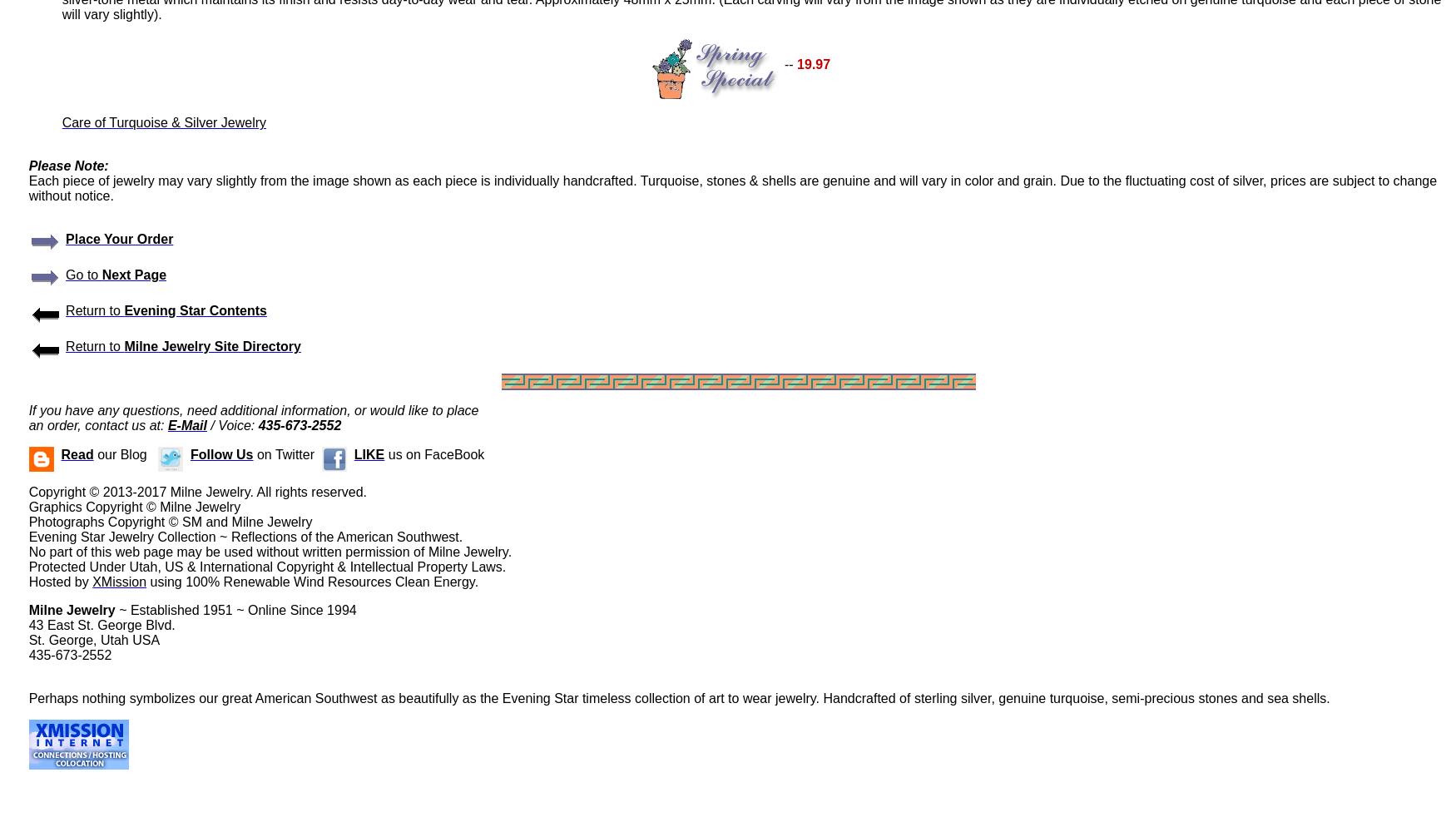 This screenshot has width=1456, height=832. Describe the element at coordinates (71, 609) in the screenshot. I see `'Milne Jewelry'` at that location.